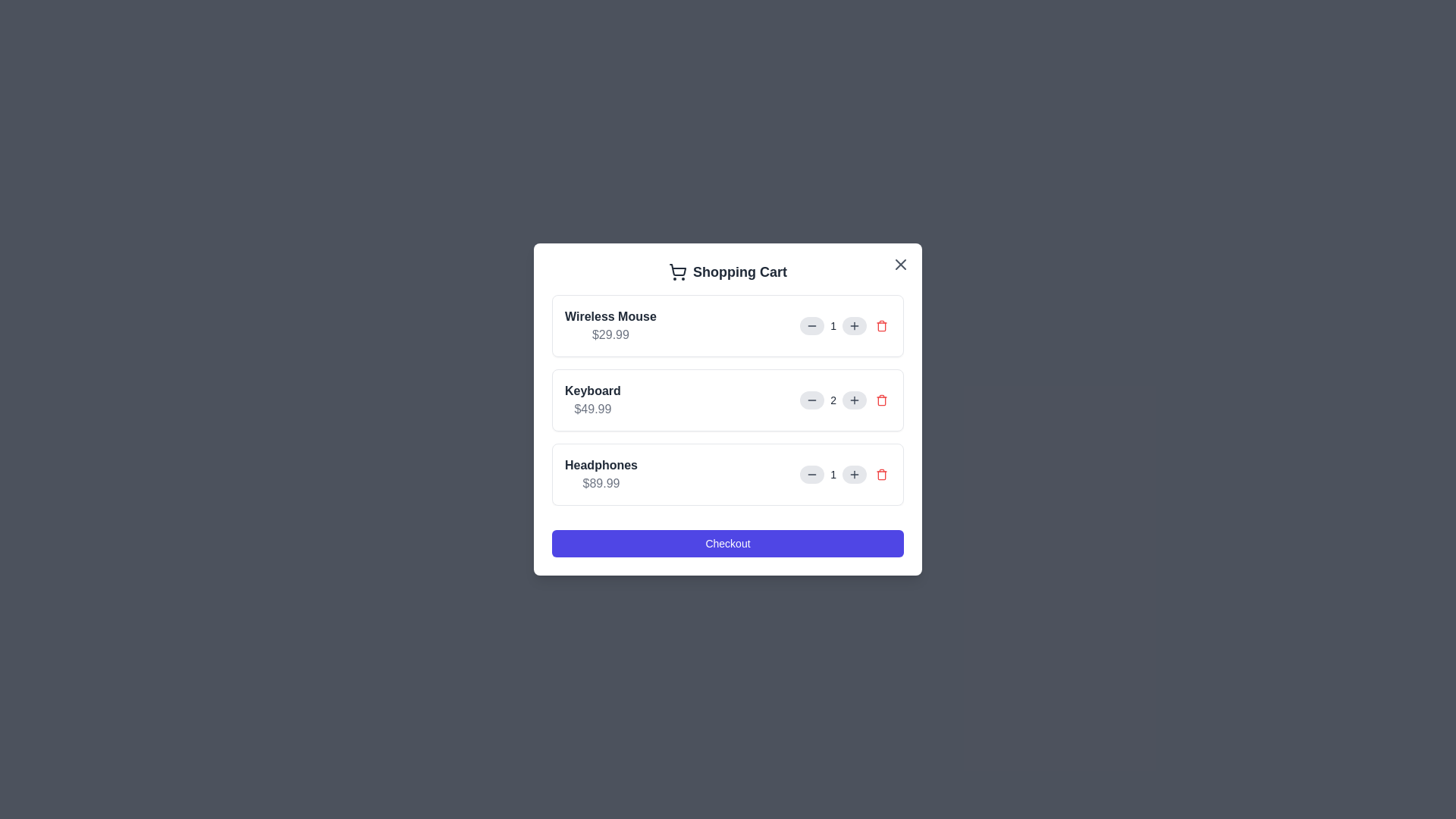 The image size is (1456, 819). I want to click on the removal button for the 'Keyboard' item in the shopping cart interface, so click(881, 400).